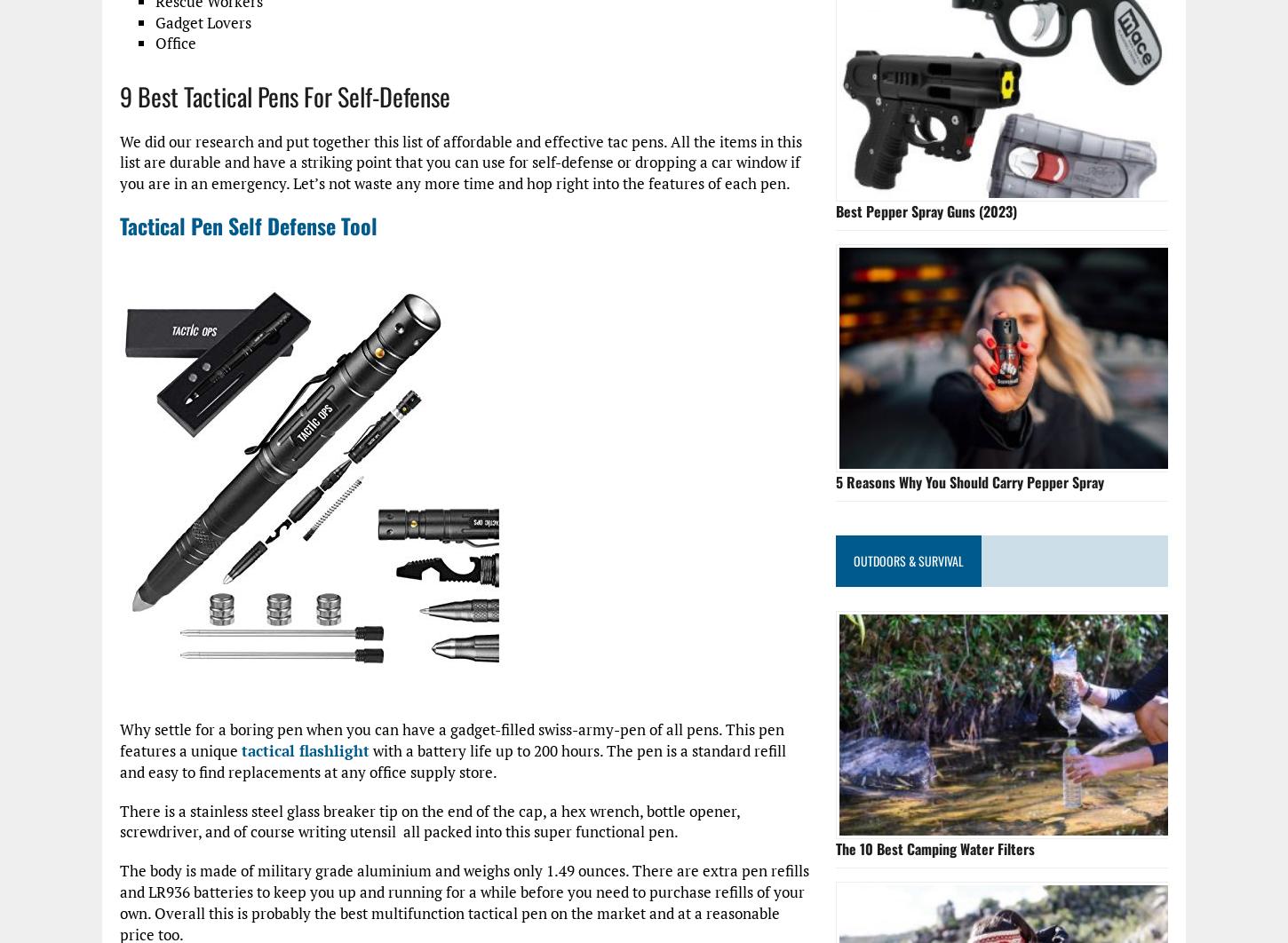 Image resolution: width=1288 pixels, height=943 pixels. Describe the element at coordinates (118, 162) in the screenshot. I see `'We did our research and put together this list of affordable and effective tac pens. All the items in this list are durable and have a striking point that you can use for self-defense or dropping a car window if you are in an emergency. Let’s not waste any more time and hop right into the features of each pen.'` at that location.